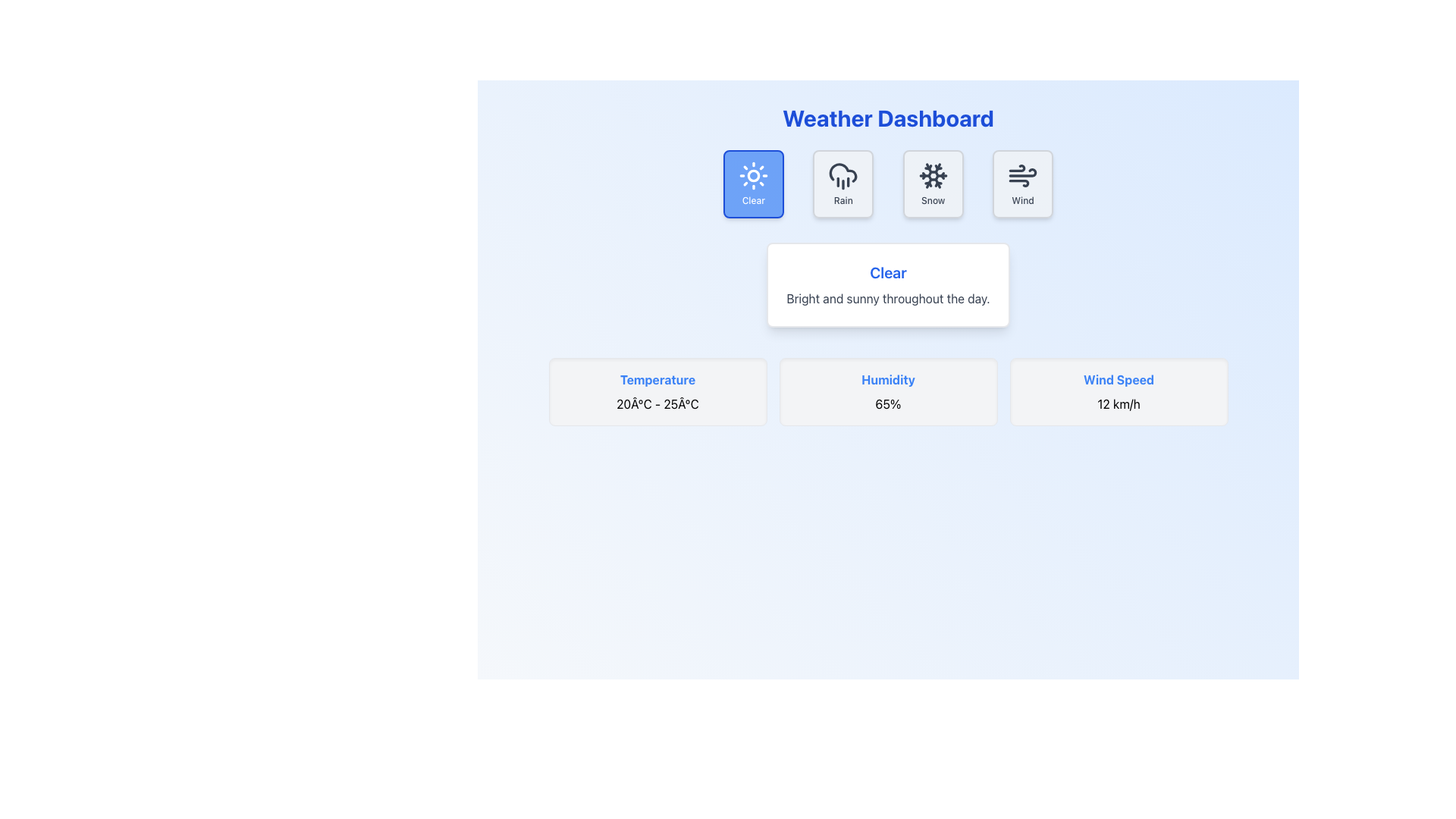 The width and height of the screenshot is (1456, 819). I want to click on the 'Rain' weather condition button located between the 'Clear' and 'Snow' buttons, so click(843, 184).